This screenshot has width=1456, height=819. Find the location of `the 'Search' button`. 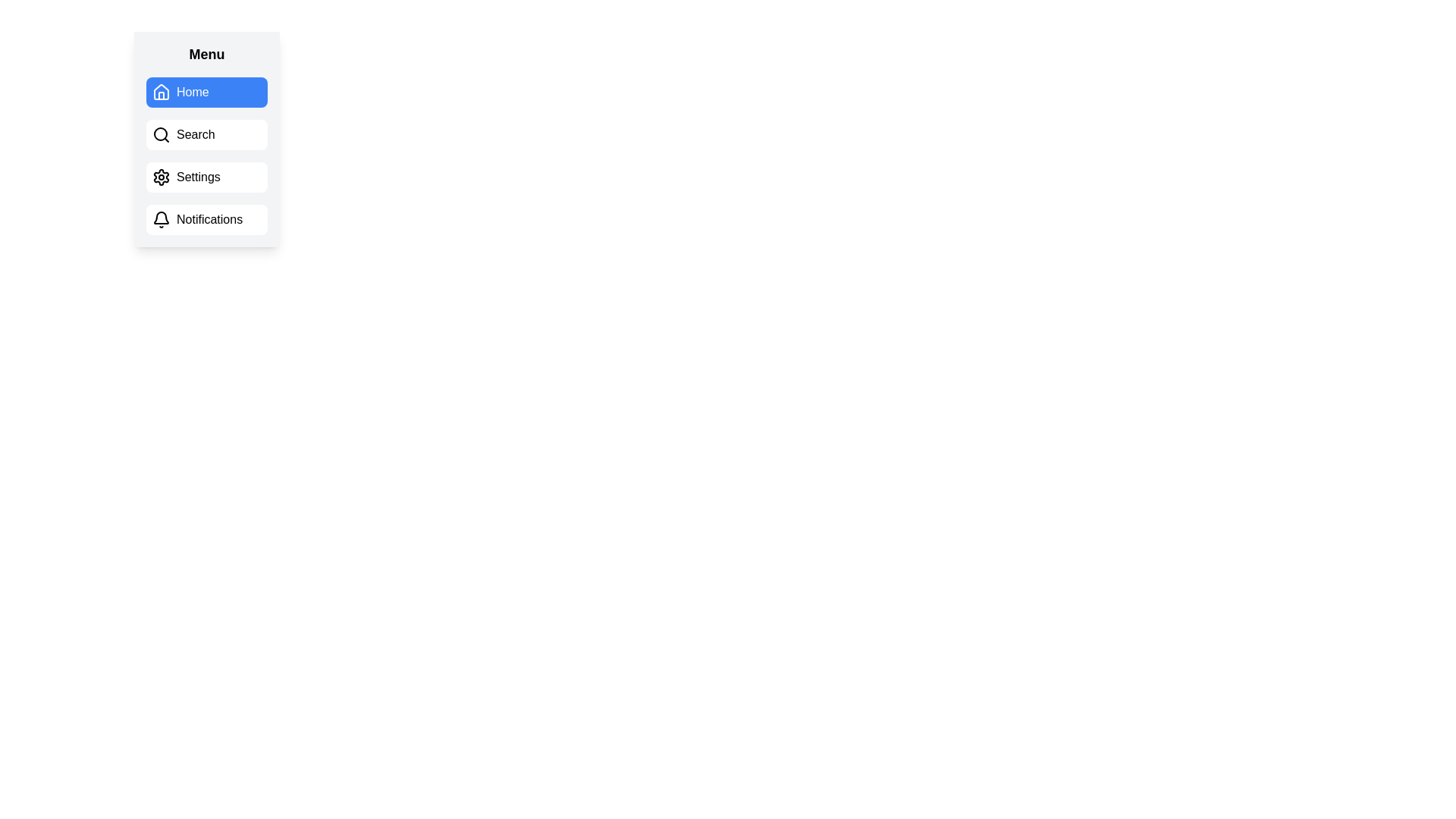

the 'Search' button is located at coordinates (206, 140).